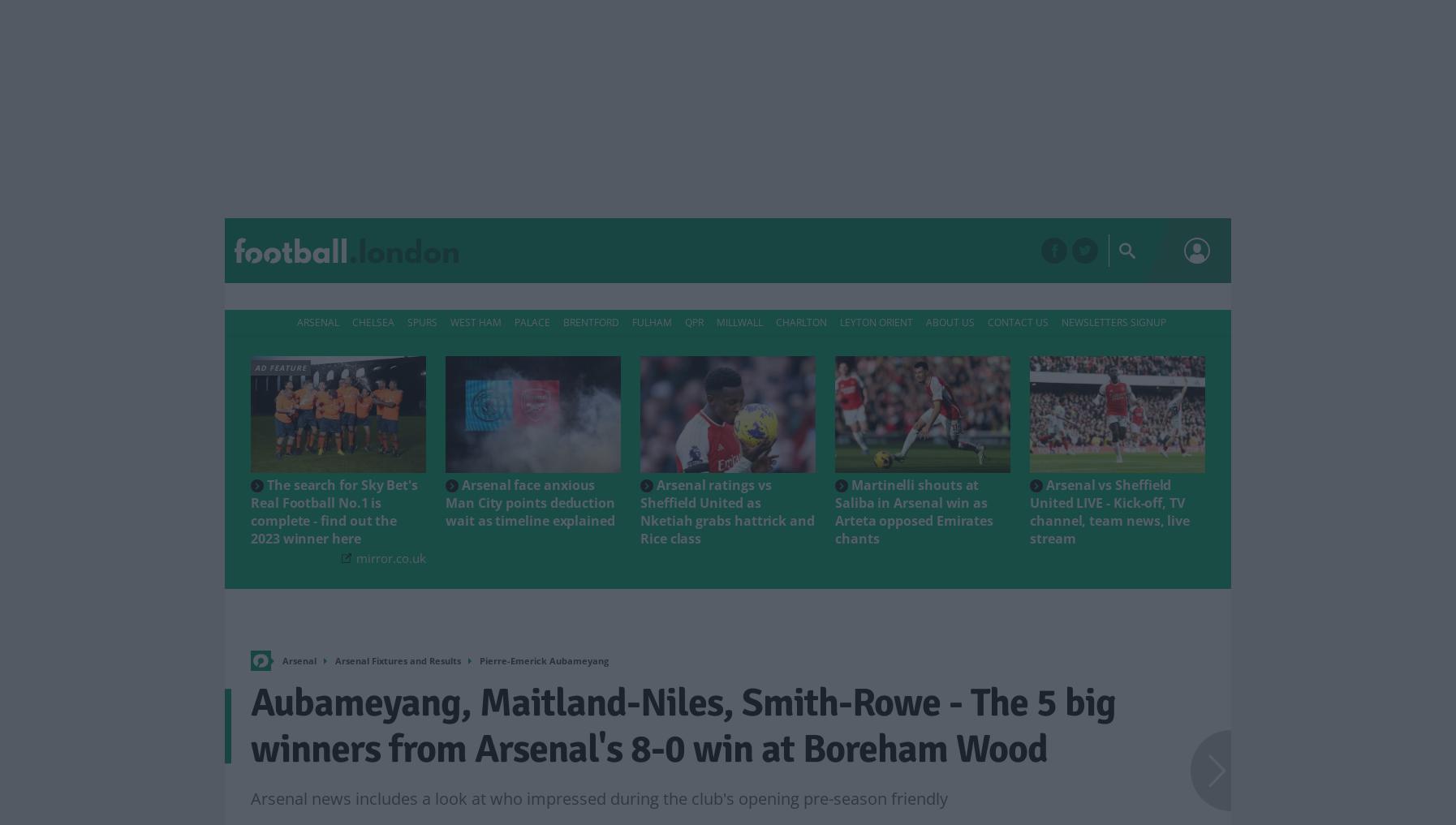  What do you see at coordinates (683, 725) in the screenshot?
I see `'Aubameyang, Maitland-Niles, Smith-Rowe - The 5 big winners from Arsenal's 8-0 win at Boreham Wood'` at bounding box center [683, 725].